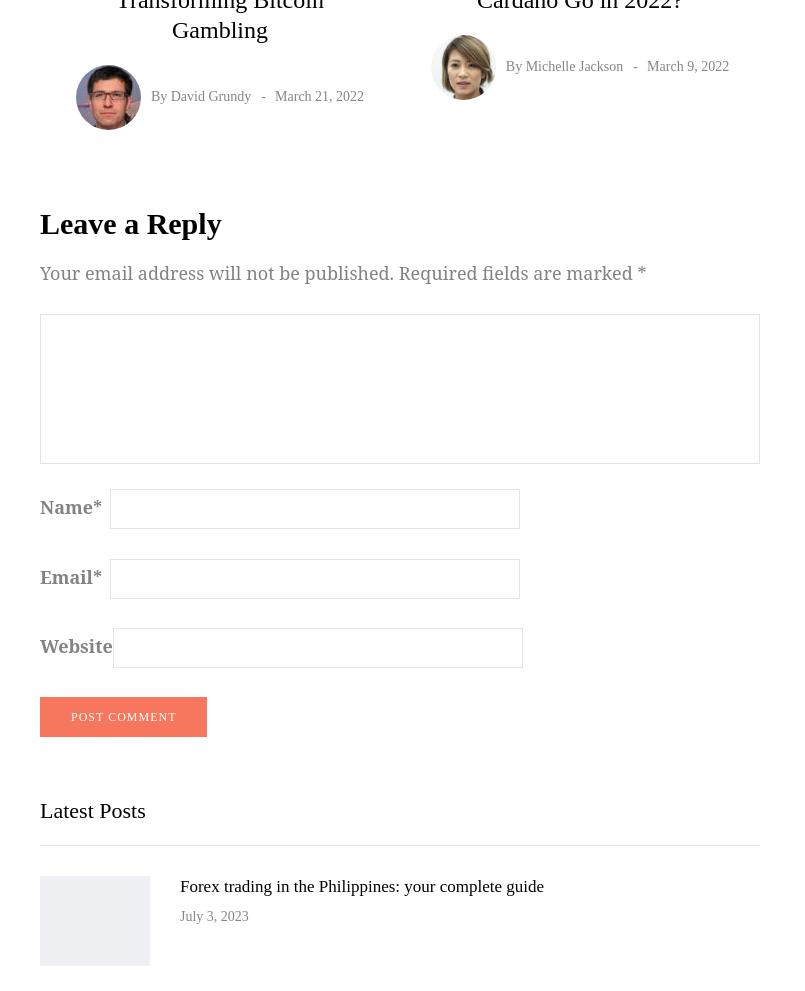 This screenshot has width=805, height=991. What do you see at coordinates (65, 506) in the screenshot?
I see `'Name'` at bounding box center [65, 506].